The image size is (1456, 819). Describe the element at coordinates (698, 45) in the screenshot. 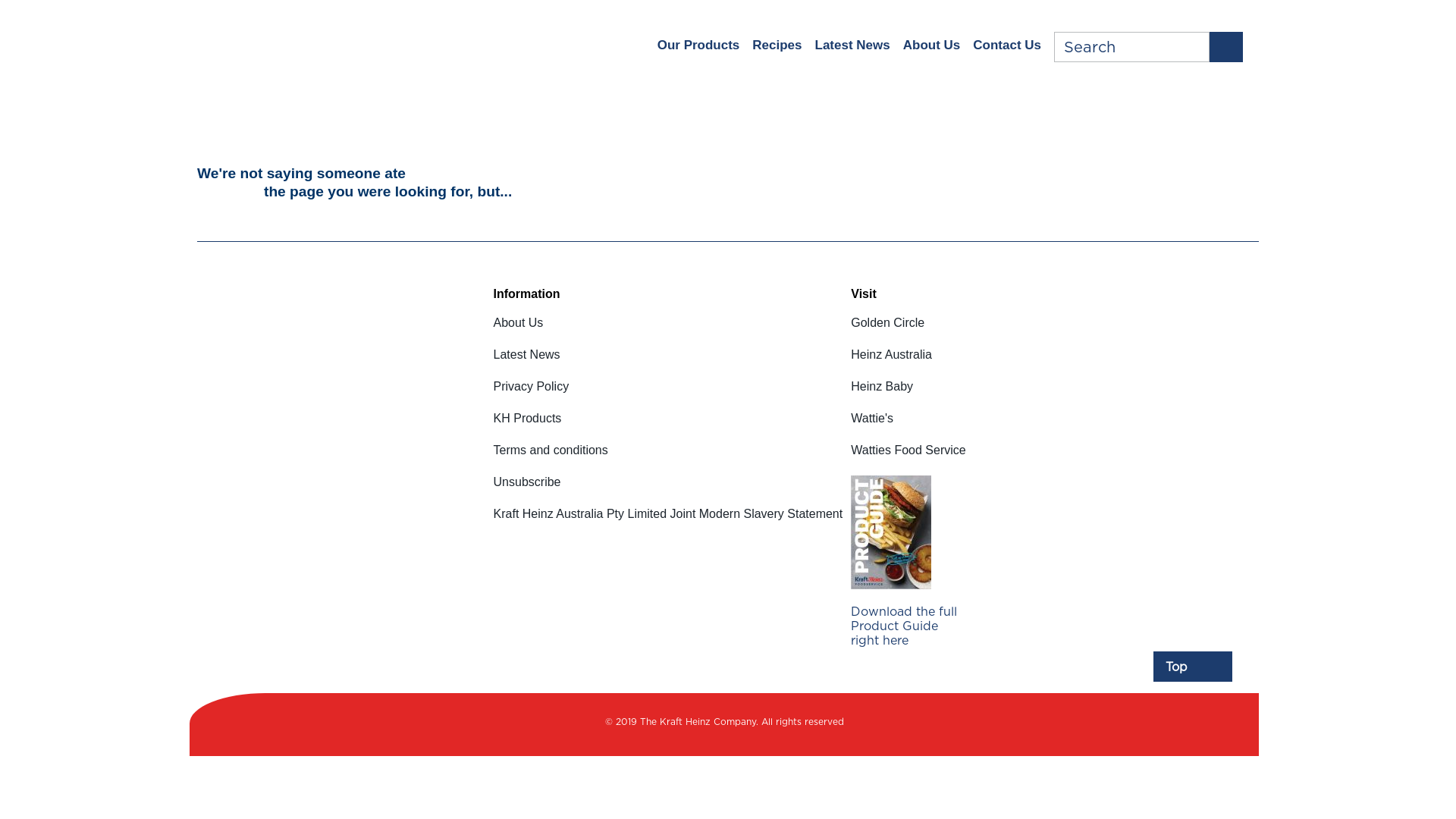

I see `'Our Products'` at that location.